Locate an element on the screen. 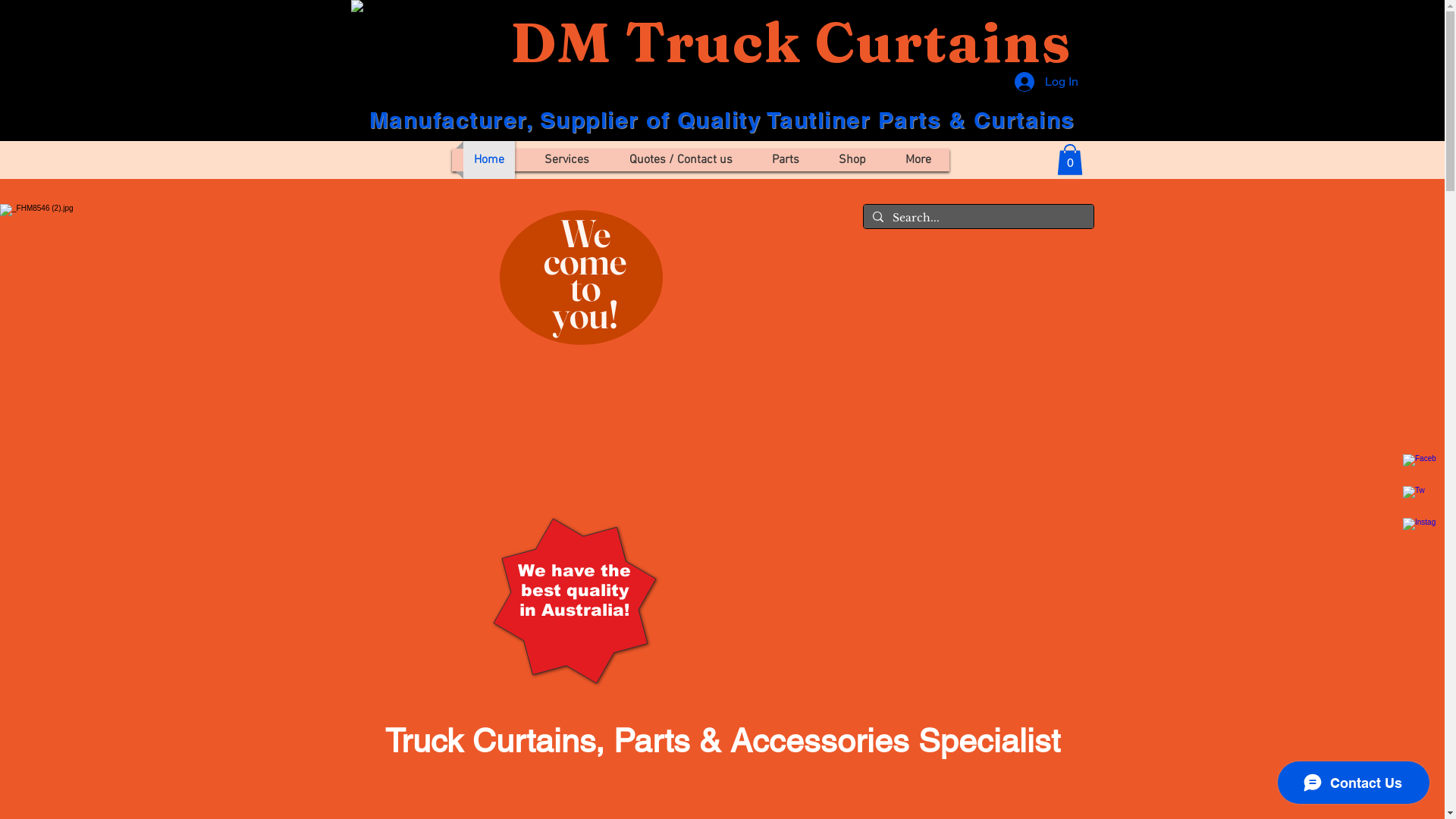  'Shop' is located at coordinates (852, 160).